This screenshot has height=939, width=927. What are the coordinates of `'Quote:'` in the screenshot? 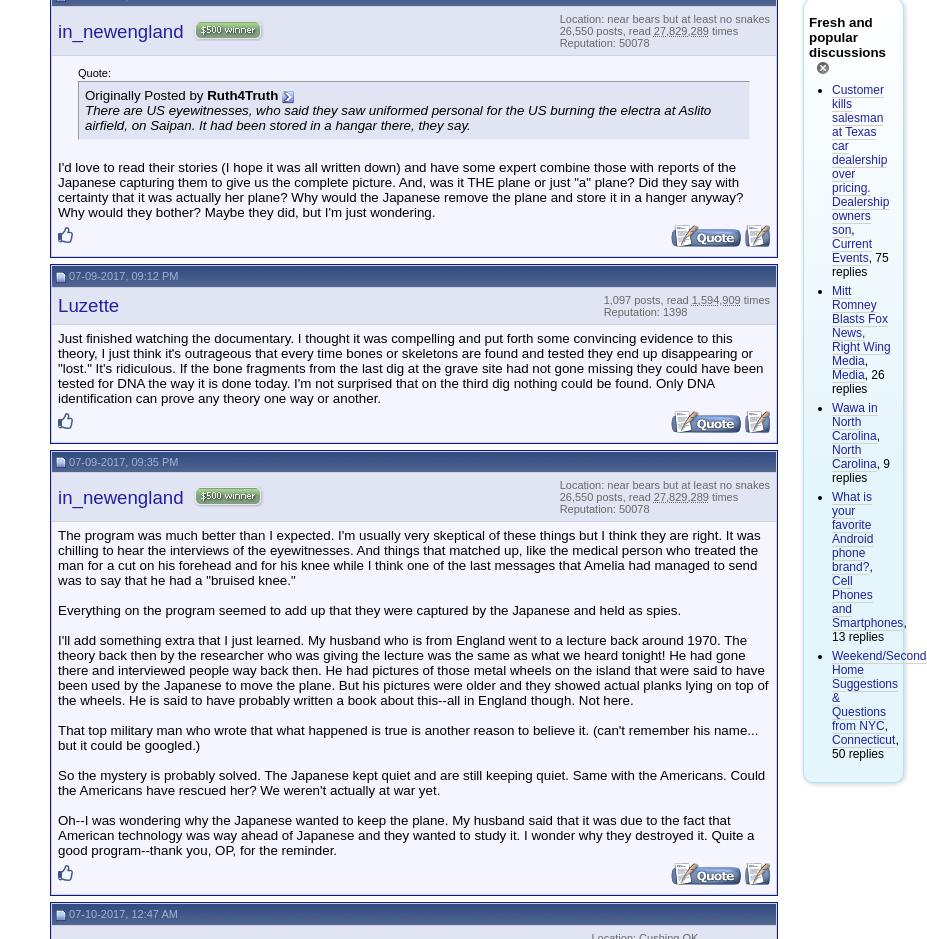 It's located at (76, 71).